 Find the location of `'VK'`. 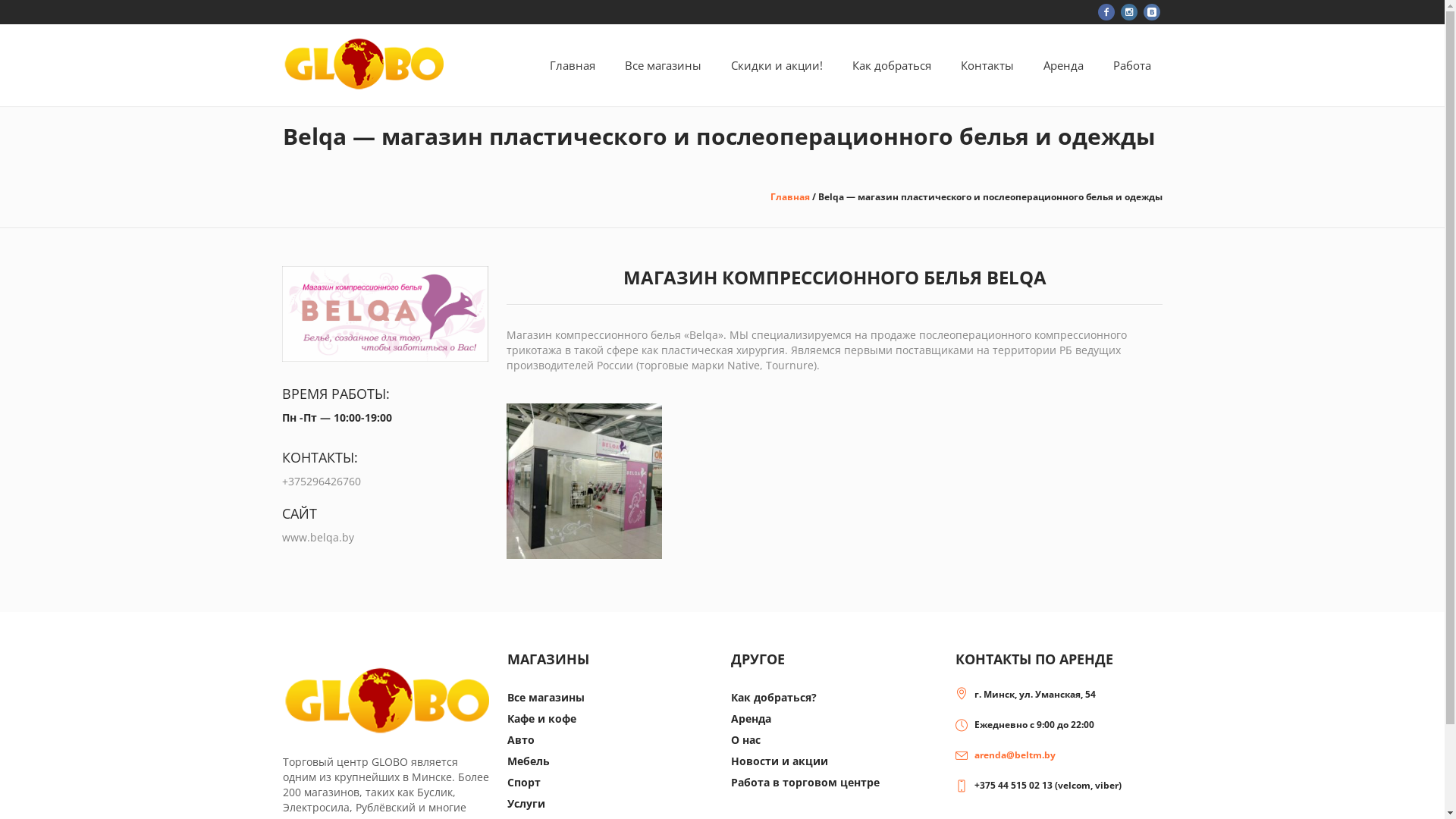

'VK' is located at coordinates (1143, 11).